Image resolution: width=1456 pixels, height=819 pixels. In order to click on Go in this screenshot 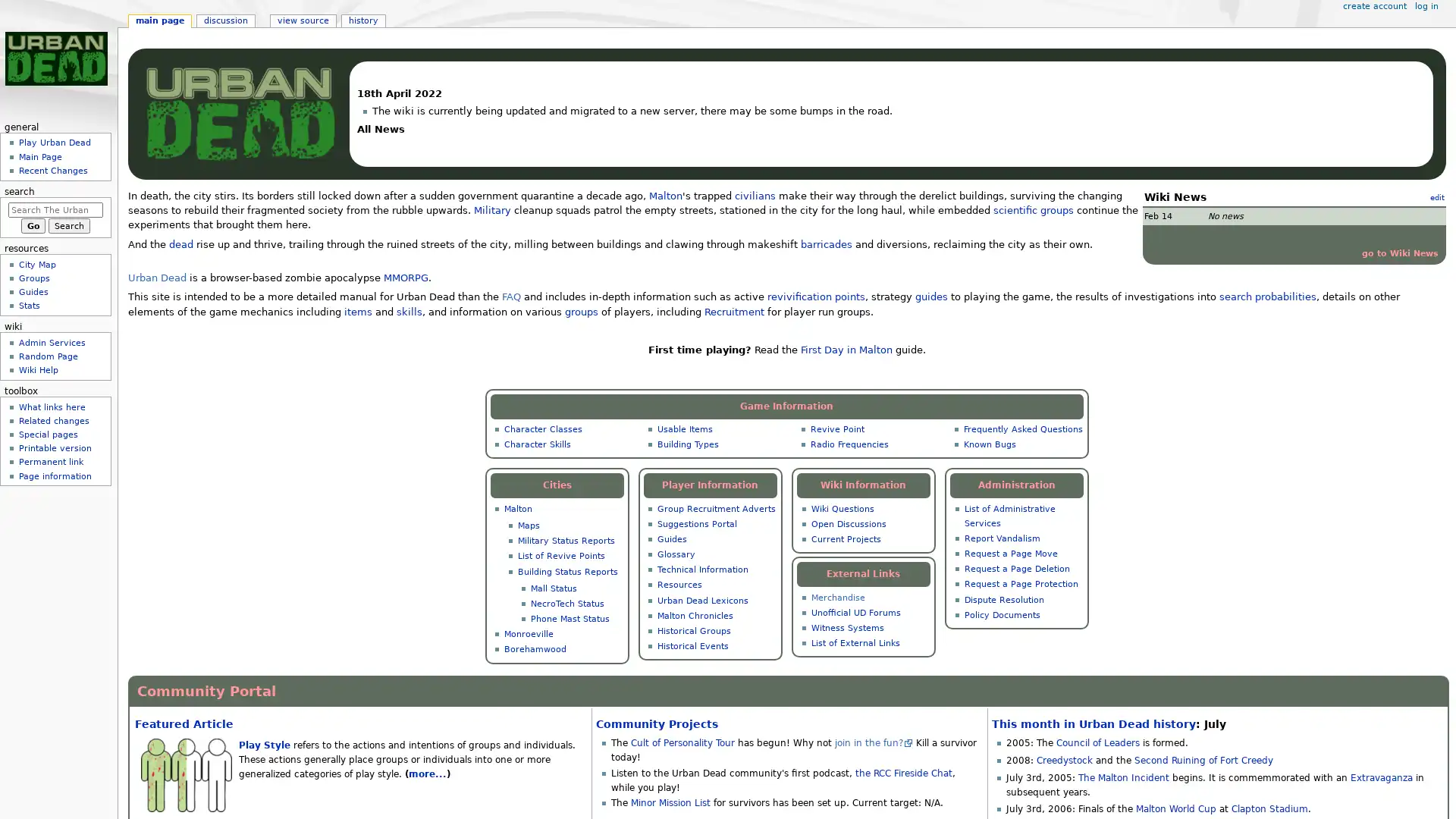, I will do `click(33, 225)`.